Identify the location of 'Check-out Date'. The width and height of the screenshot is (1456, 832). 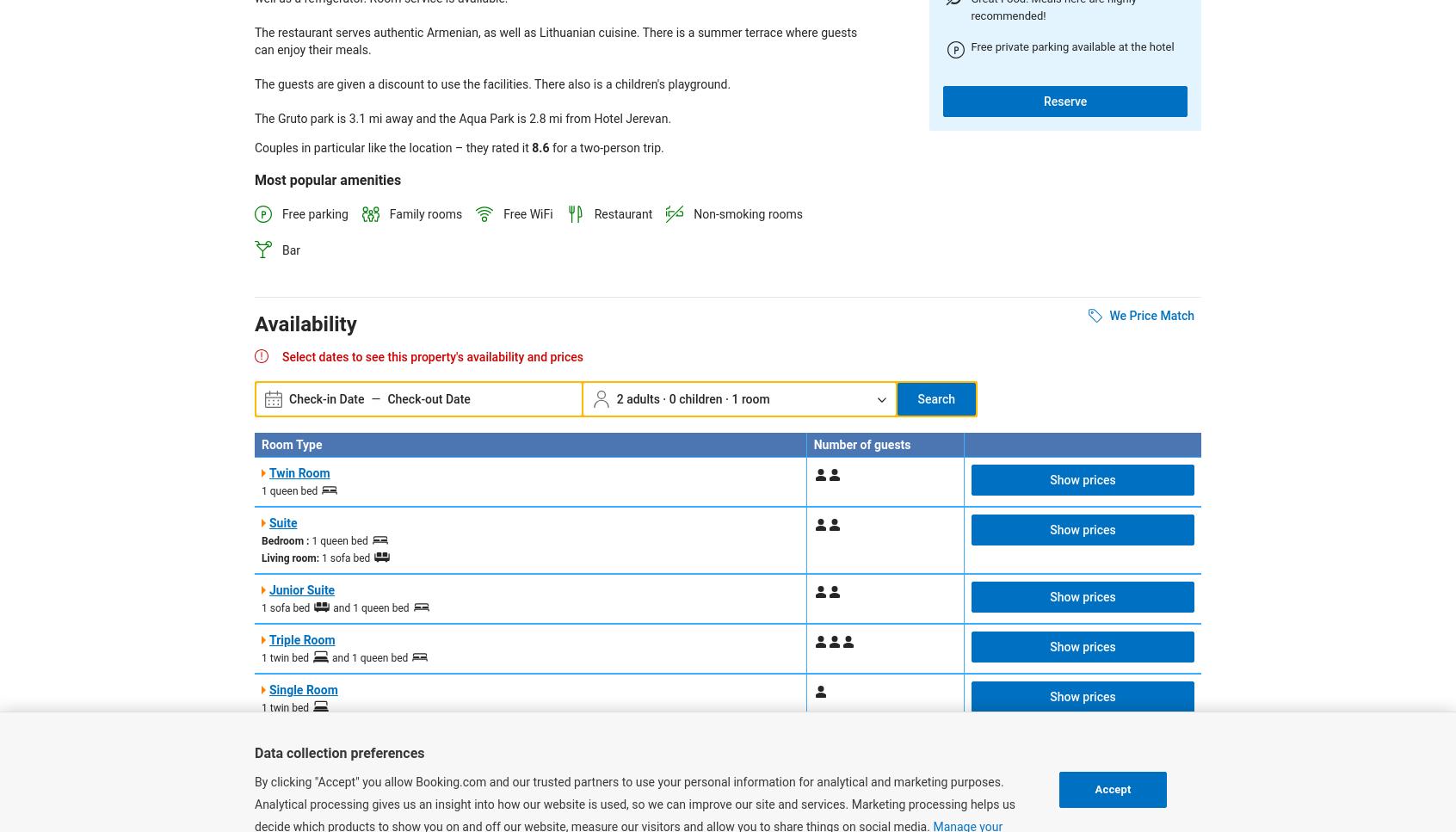
(428, 398).